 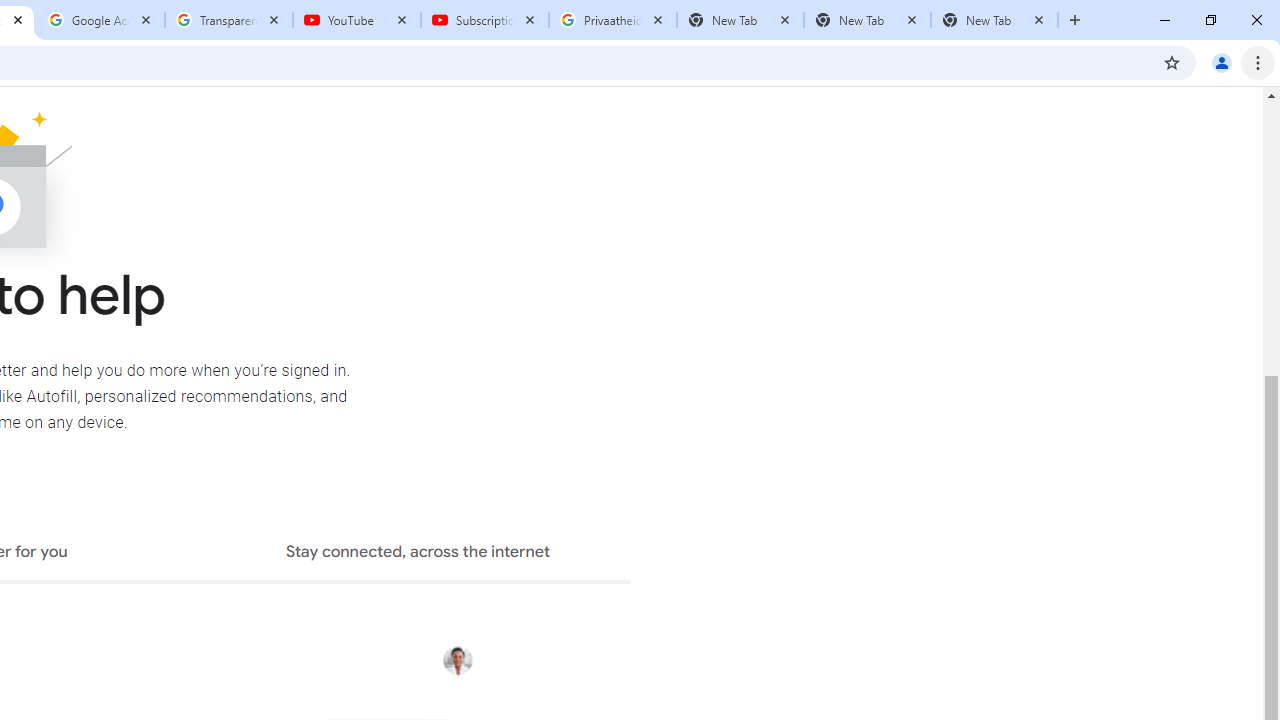 I want to click on 'YouTube', so click(x=357, y=20).